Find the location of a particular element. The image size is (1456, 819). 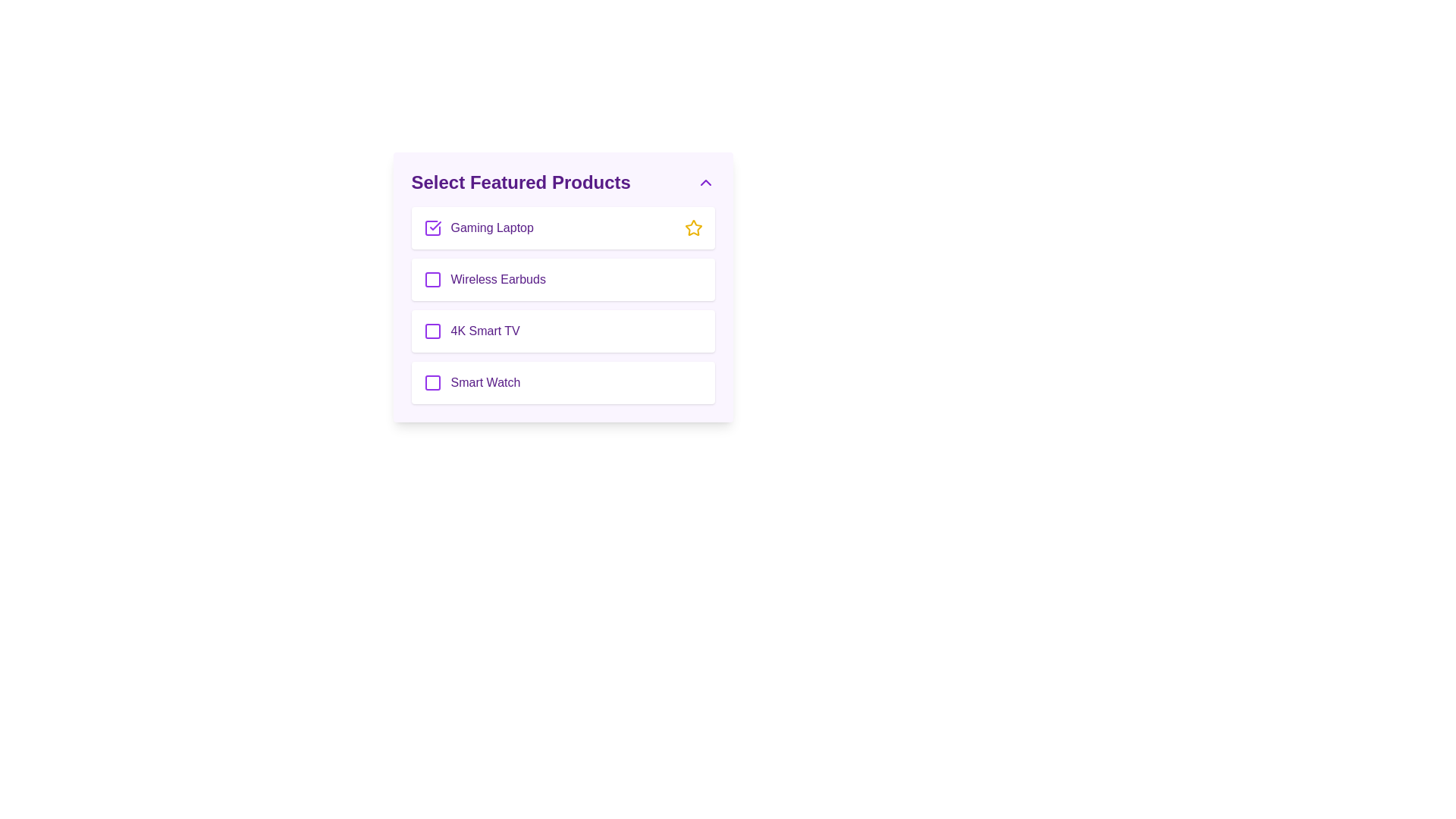

the checkbox for 'Gaming Laptop' located is located at coordinates (431, 227).